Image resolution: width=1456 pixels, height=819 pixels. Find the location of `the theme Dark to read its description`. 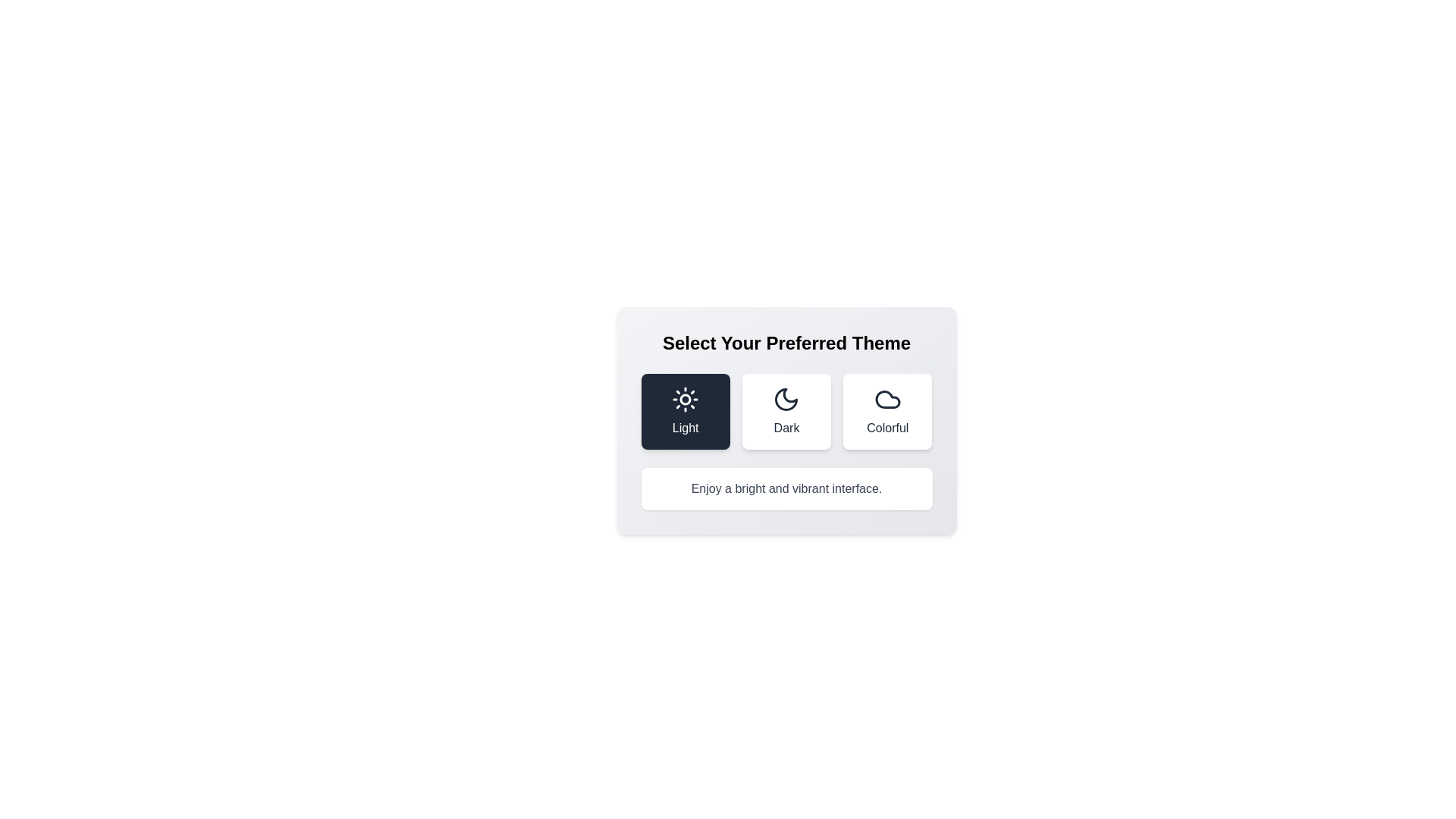

the theme Dark to read its description is located at coordinates (786, 412).